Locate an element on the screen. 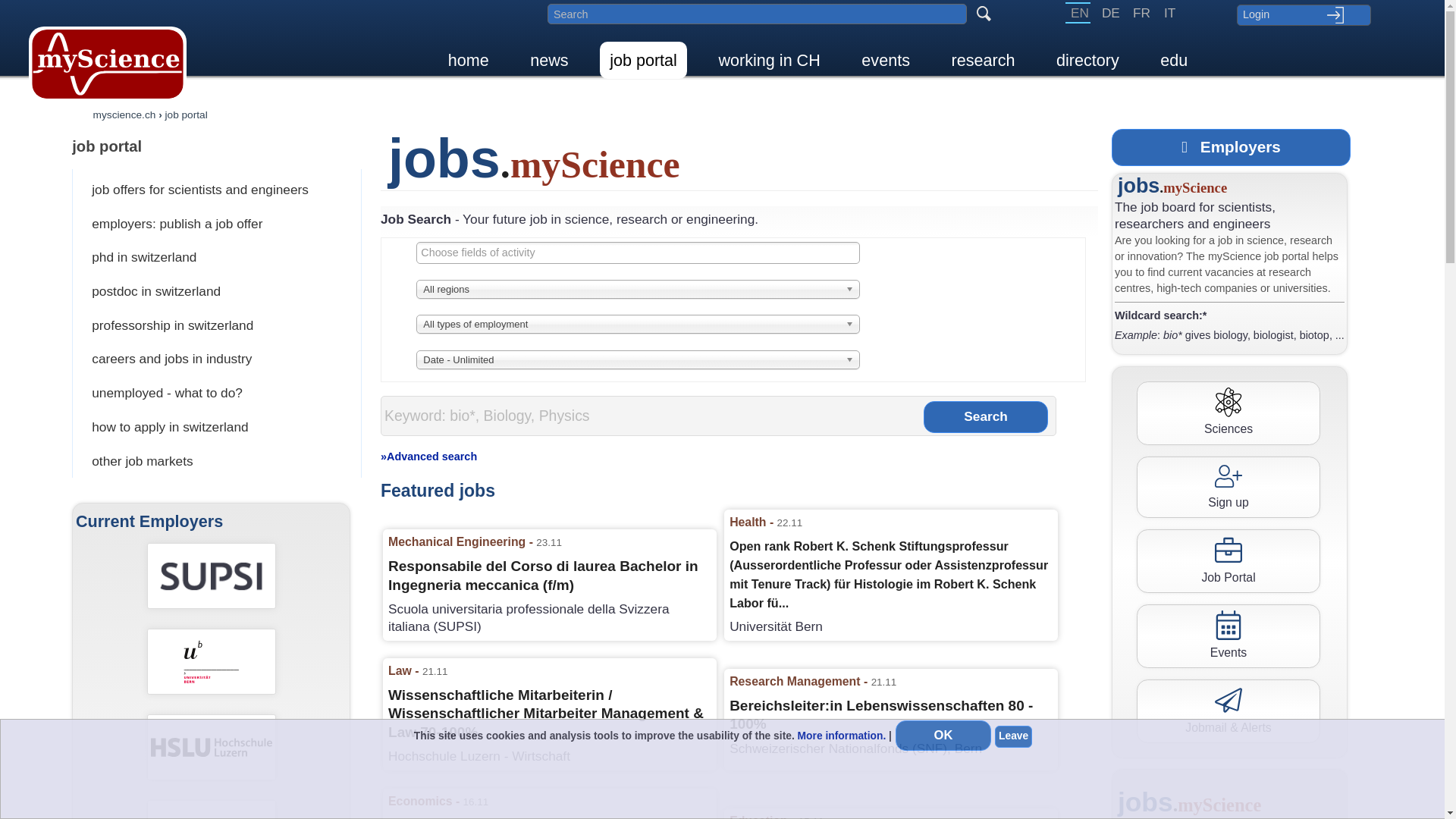 The image size is (1456, 819). 'Bereichsleiter:in Lebenswissenschaften 80 - 100%' is located at coordinates (891, 715).